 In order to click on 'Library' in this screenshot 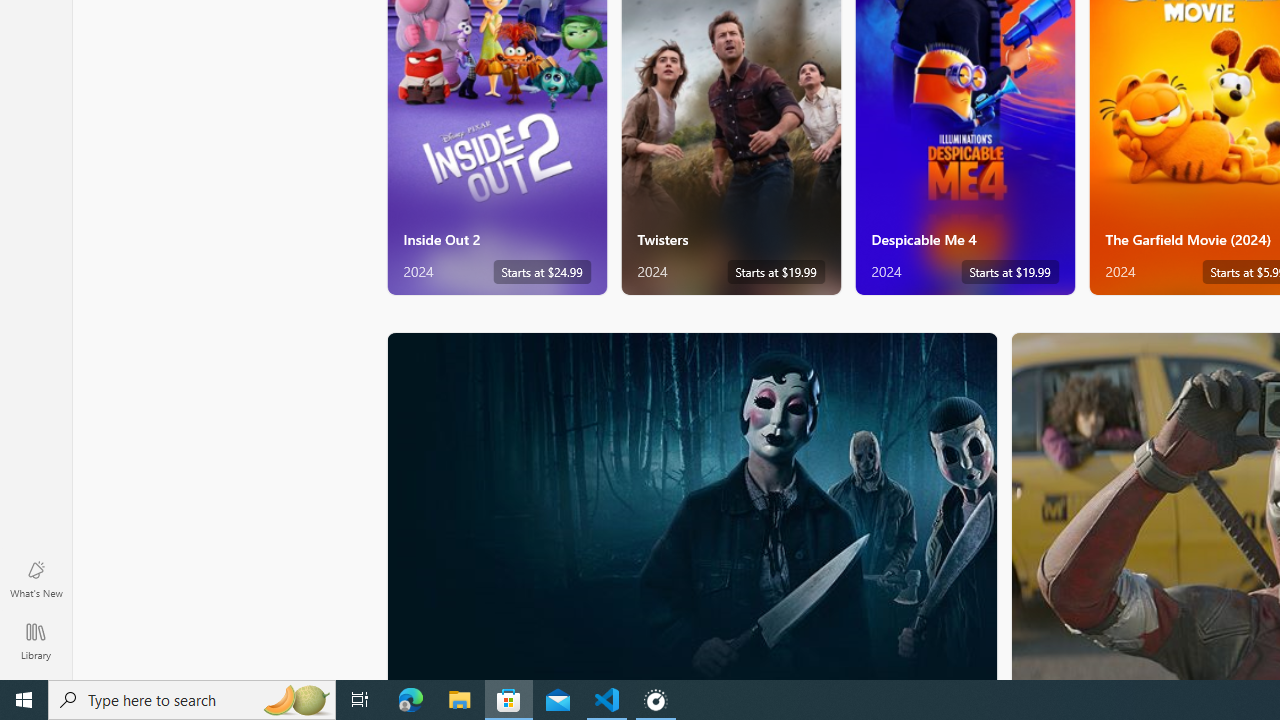, I will do `click(35, 640)`.